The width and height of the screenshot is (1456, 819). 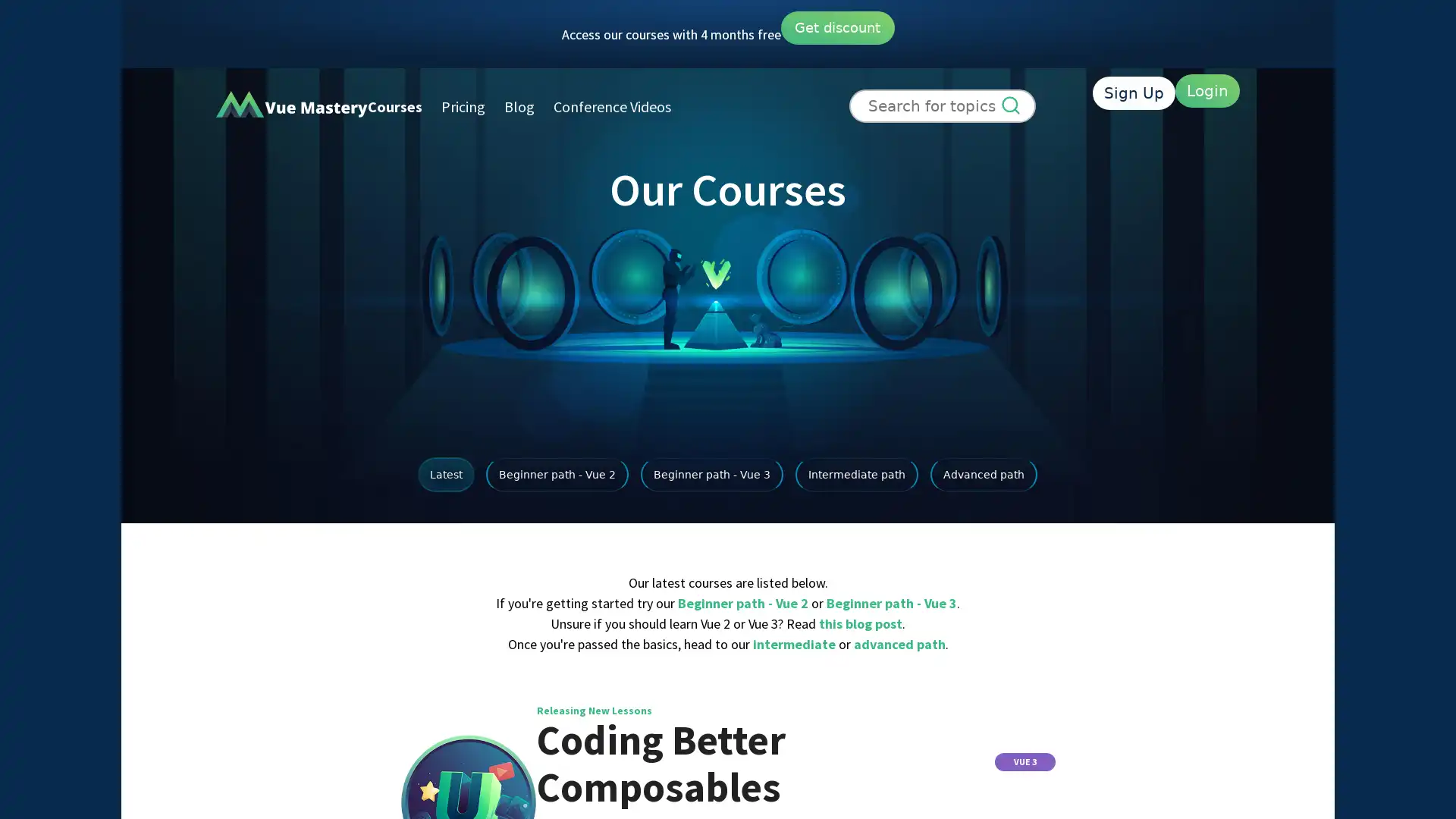 I want to click on Beginner path - Vue 3, so click(x=708, y=473).